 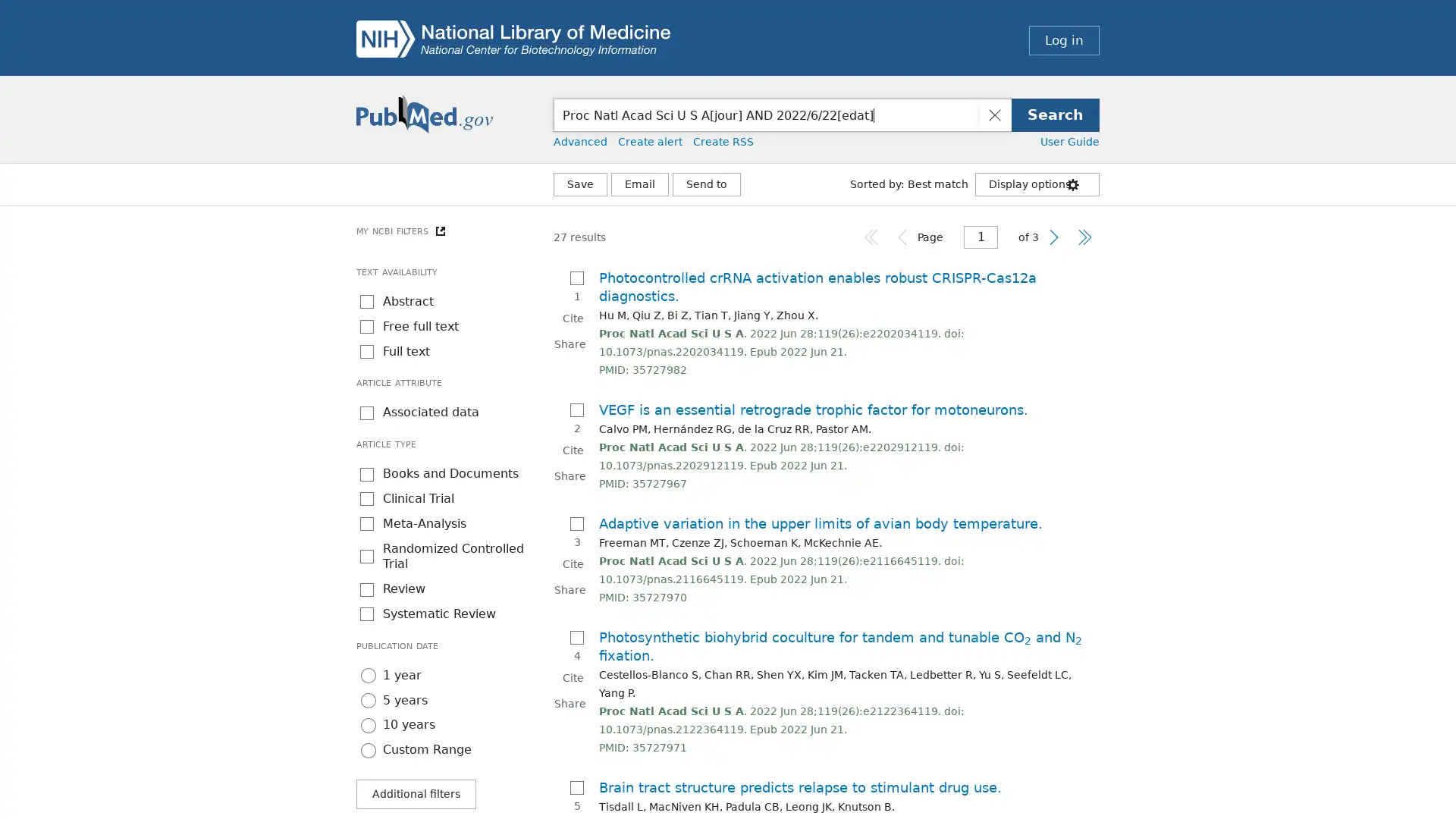 I want to click on Search, so click(x=1055, y=114).